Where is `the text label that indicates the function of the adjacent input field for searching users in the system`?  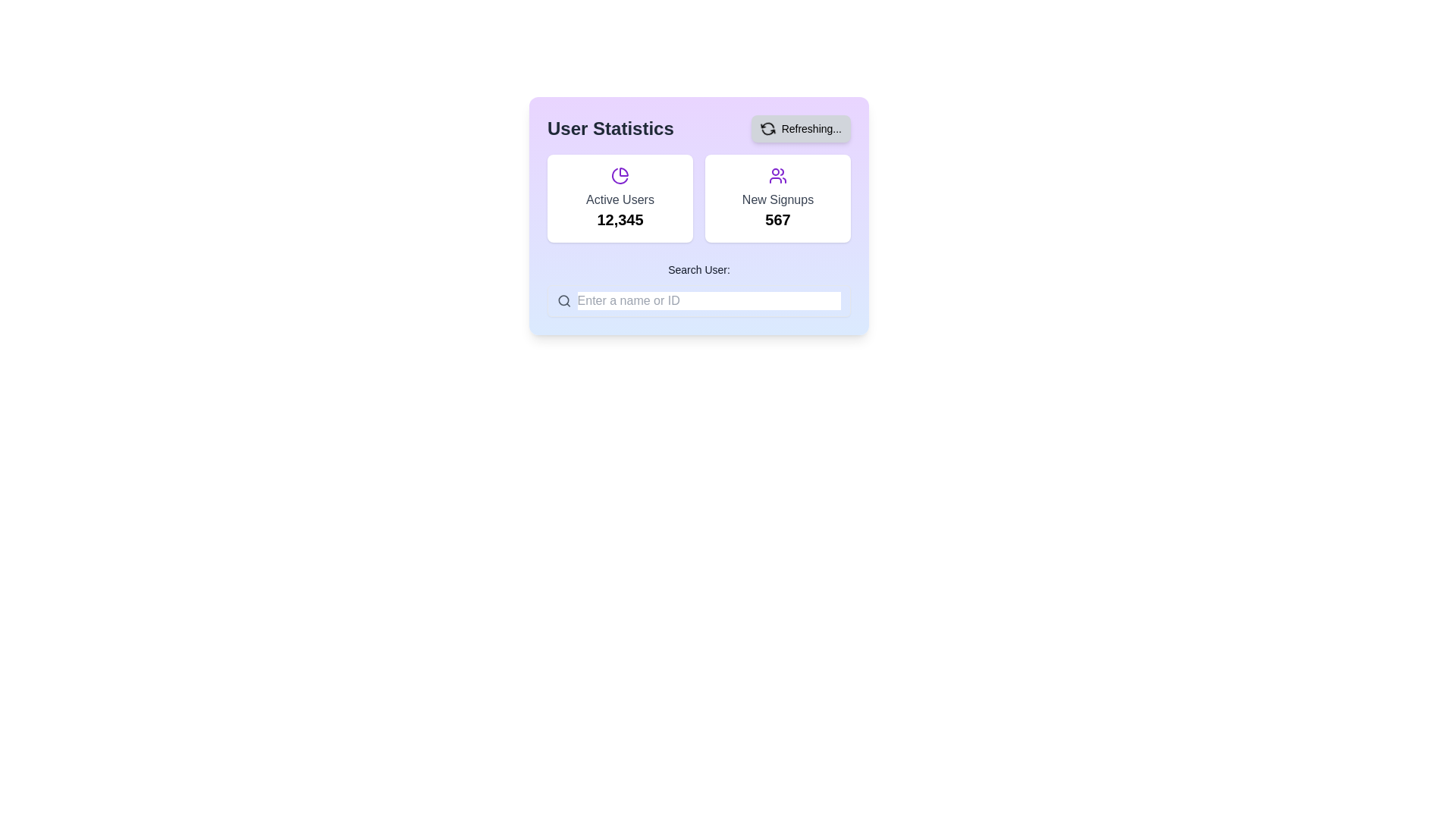
the text label that indicates the function of the adjacent input field for searching users in the system is located at coordinates (698, 268).